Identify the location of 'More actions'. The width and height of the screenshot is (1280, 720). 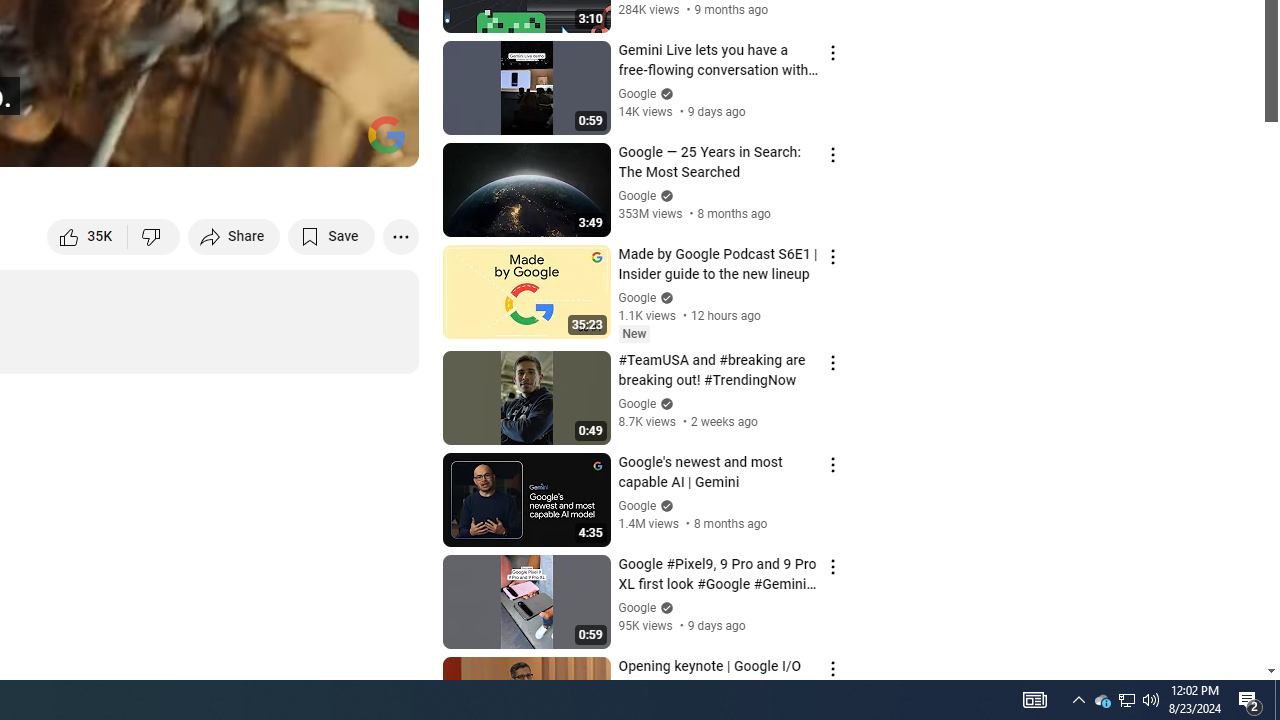
(400, 235).